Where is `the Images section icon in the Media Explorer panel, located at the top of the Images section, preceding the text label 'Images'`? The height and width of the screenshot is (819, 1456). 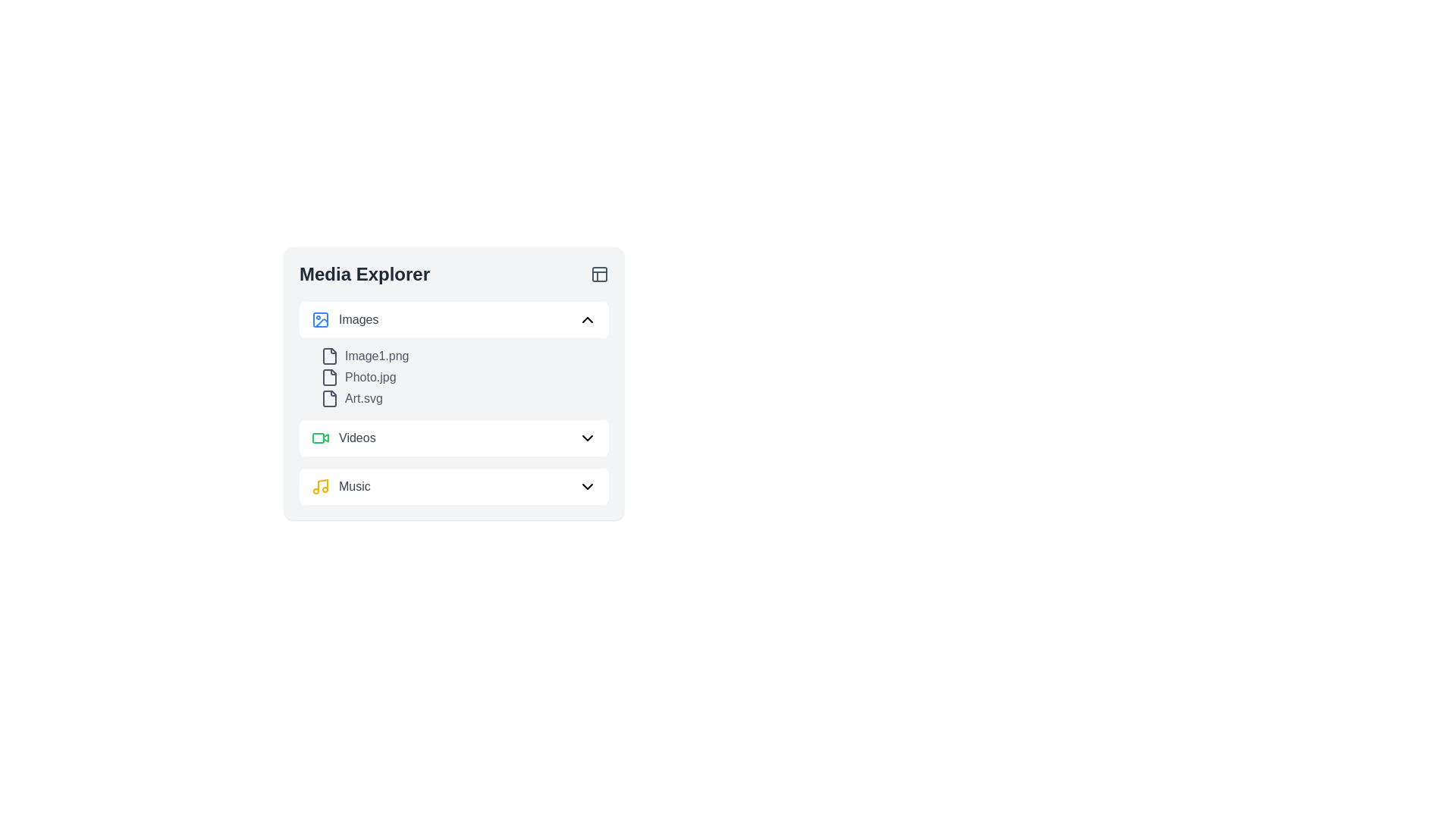 the Images section icon in the Media Explorer panel, located at the top of the Images section, preceding the text label 'Images' is located at coordinates (319, 318).